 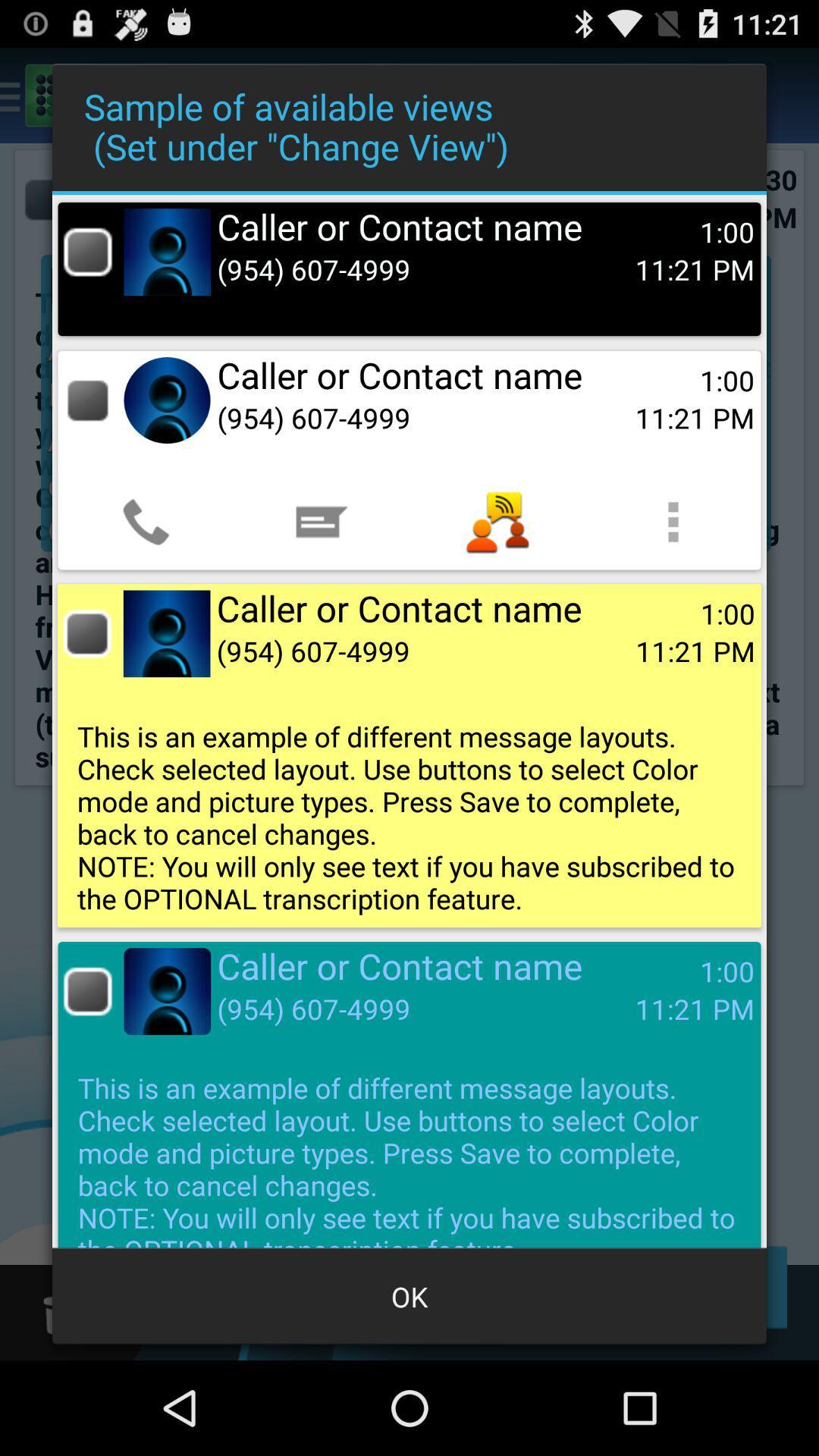 I want to click on caller, so click(x=87, y=252).